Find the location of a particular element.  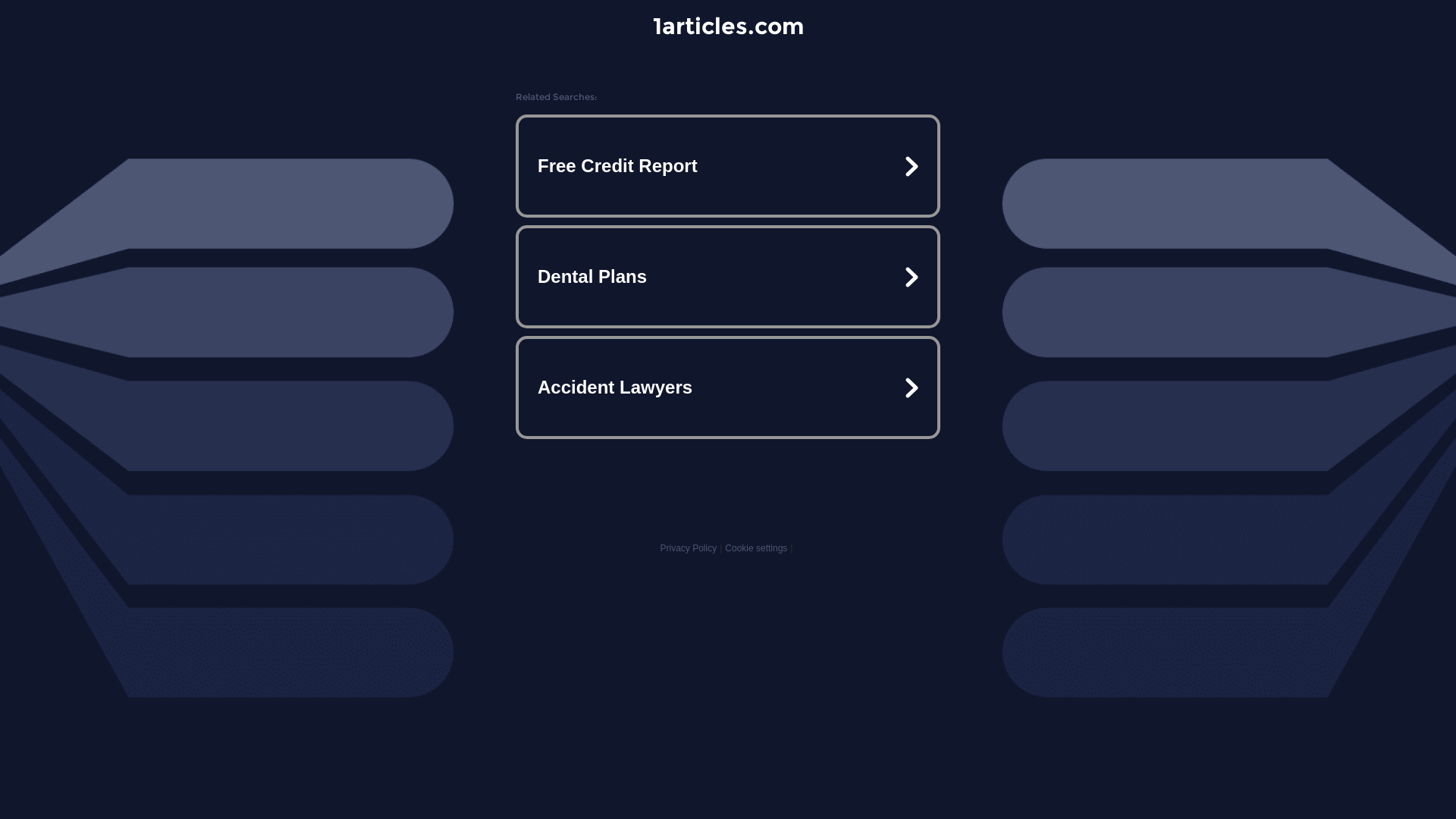

'Dental Plans' is located at coordinates (728, 277).